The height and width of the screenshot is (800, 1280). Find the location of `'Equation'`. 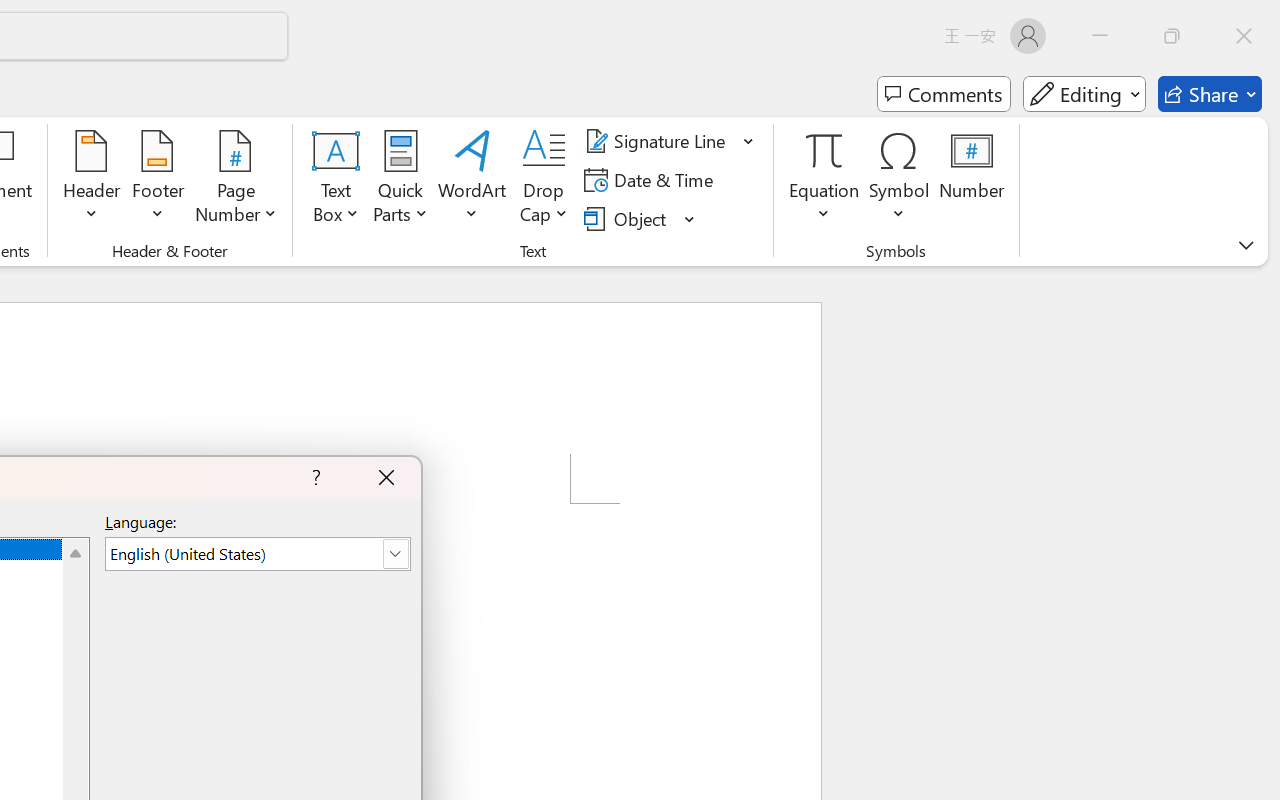

'Equation' is located at coordinates (824, 150).